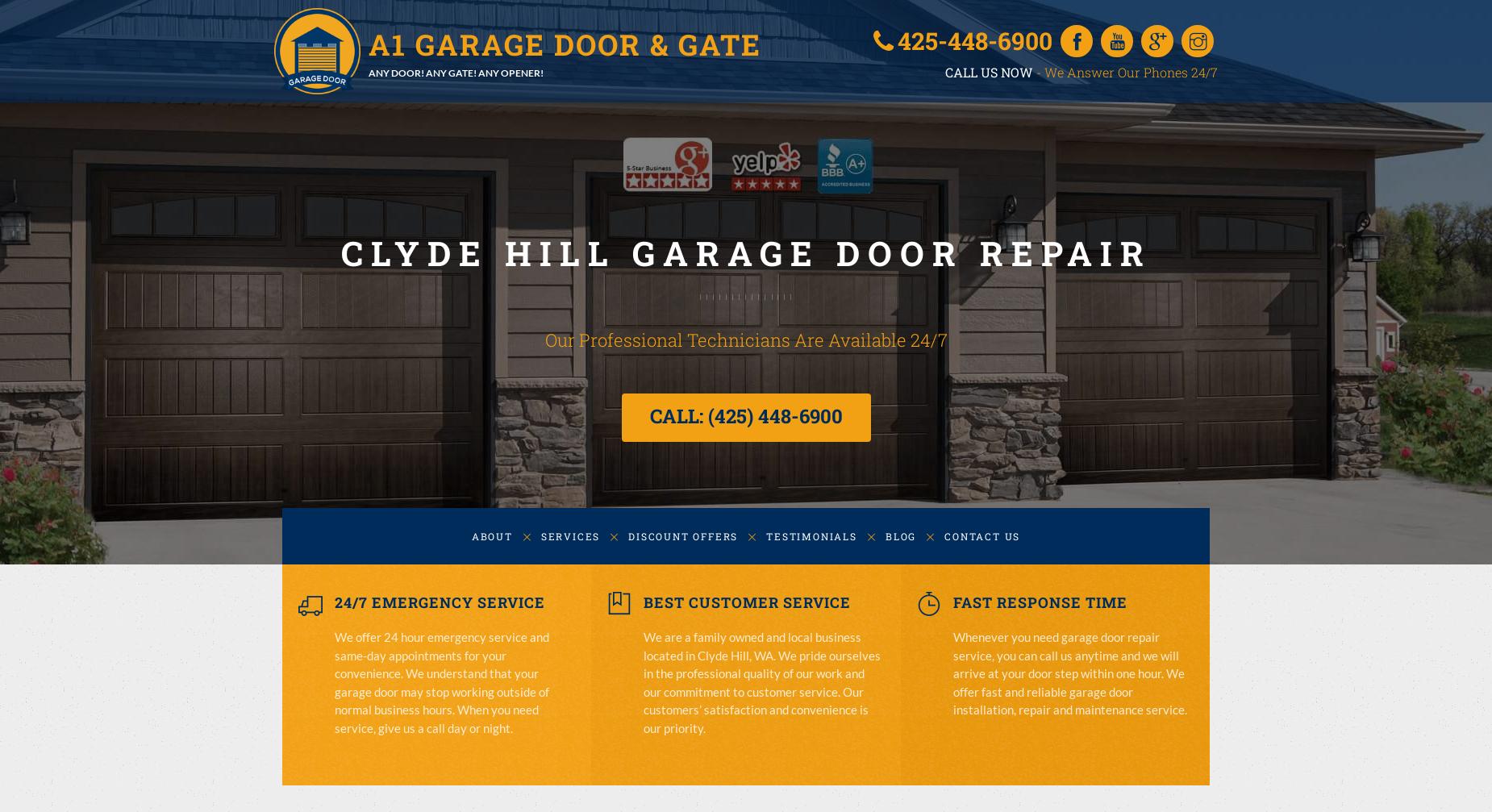 Image resolution: width=1492 pixels, height=812 pixels. I want to click on 'CLYDE HILL GARAGE DOOR REPAIR', so click(745, 252).